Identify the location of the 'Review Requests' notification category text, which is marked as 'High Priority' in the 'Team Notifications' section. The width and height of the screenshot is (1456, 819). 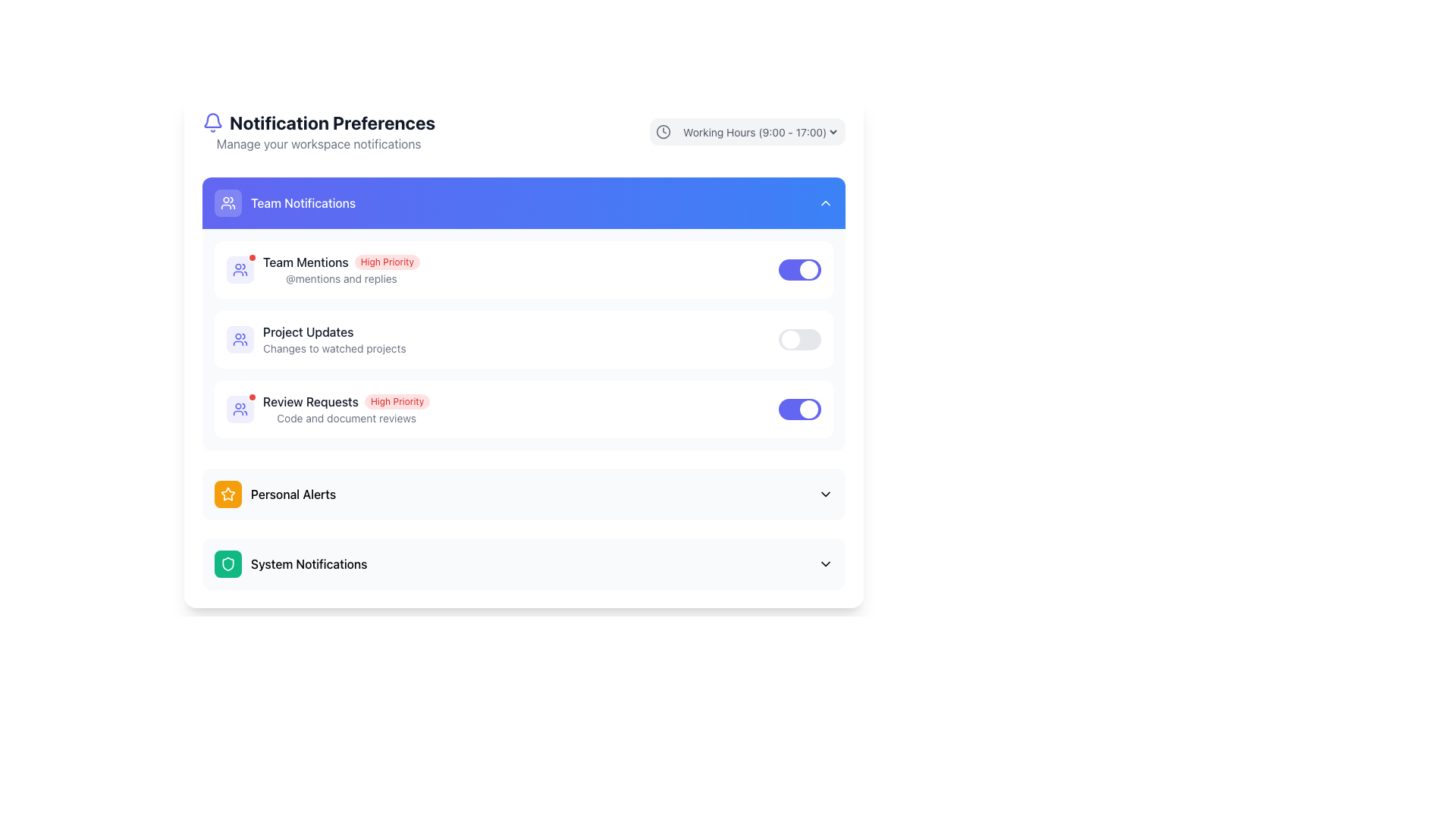
(346, 400).